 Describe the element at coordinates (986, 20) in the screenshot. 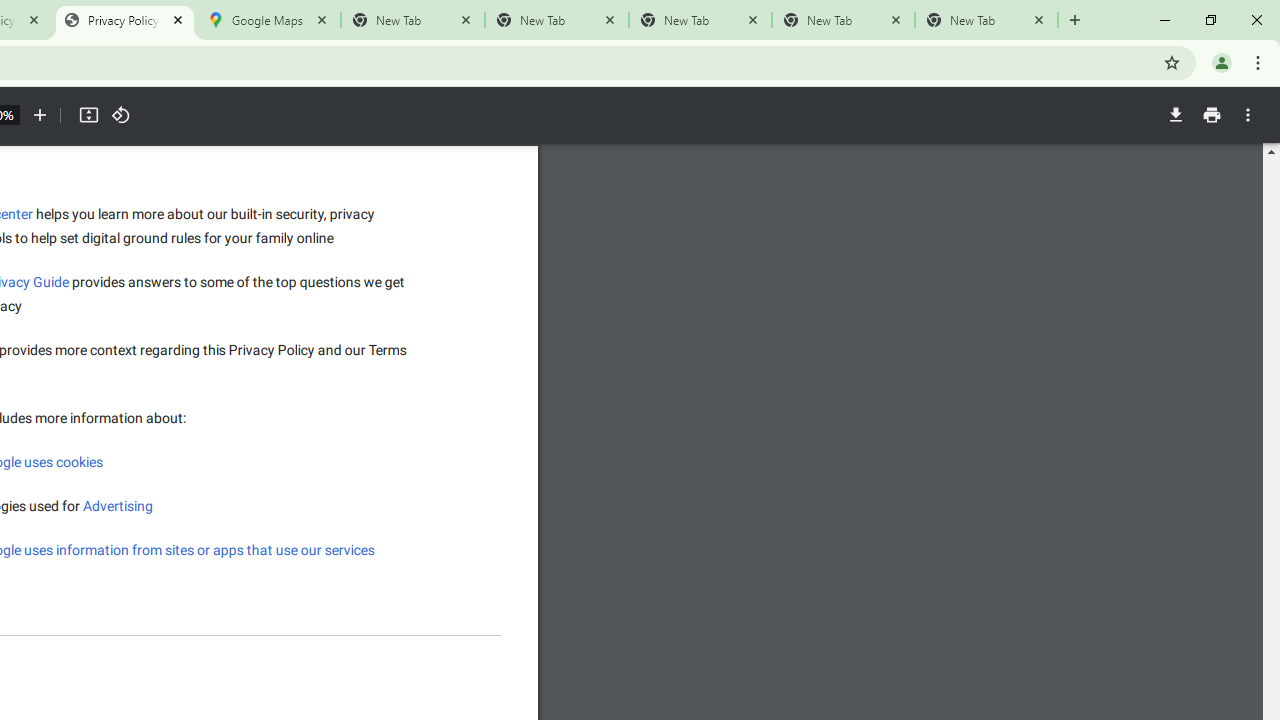

I see `'New Tab'` at that location.